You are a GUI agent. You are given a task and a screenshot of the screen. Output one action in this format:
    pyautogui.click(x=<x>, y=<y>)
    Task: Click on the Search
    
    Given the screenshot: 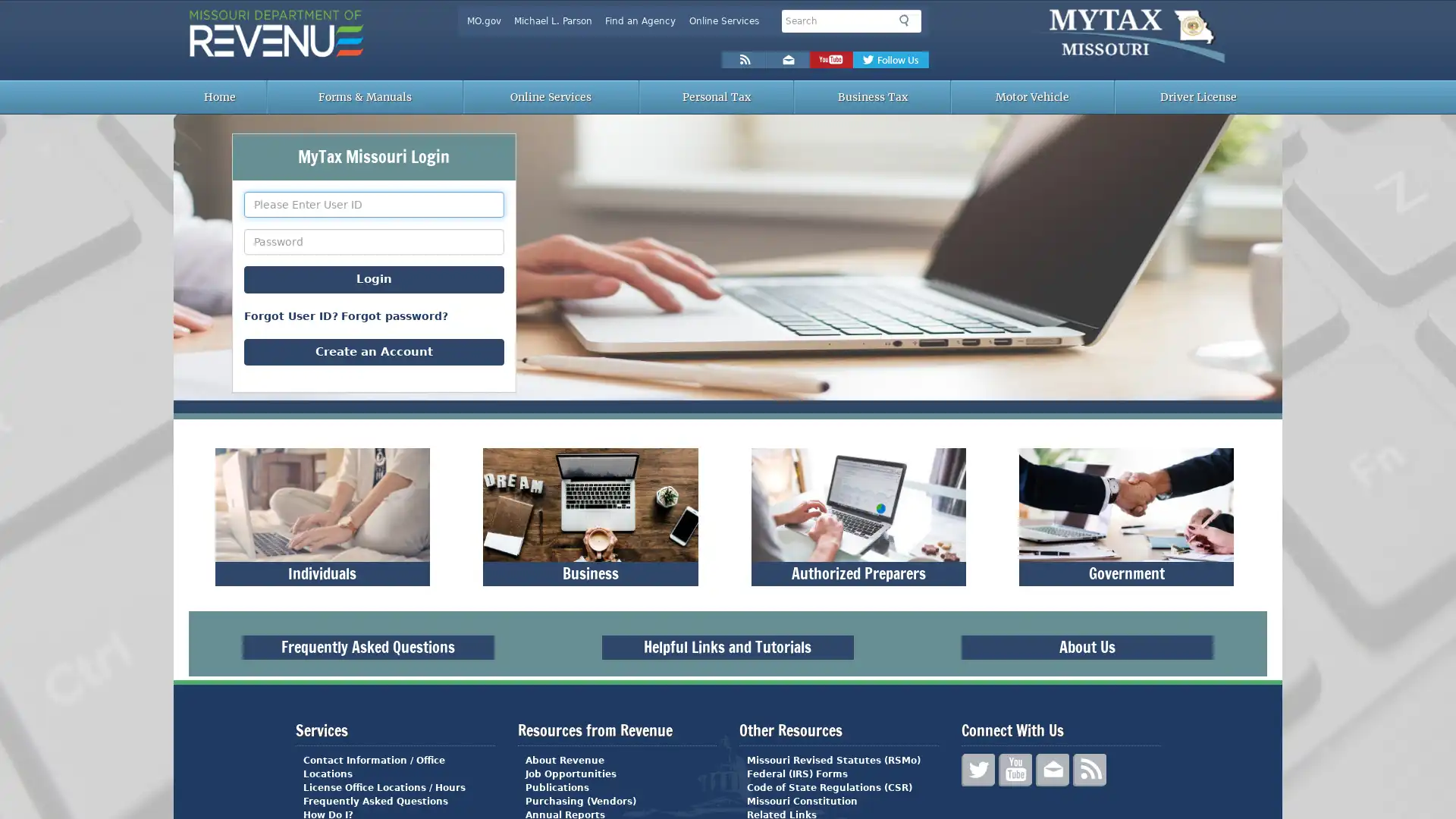 What is the action you would take?
    pyautogui.click(x=907, y=20)
    